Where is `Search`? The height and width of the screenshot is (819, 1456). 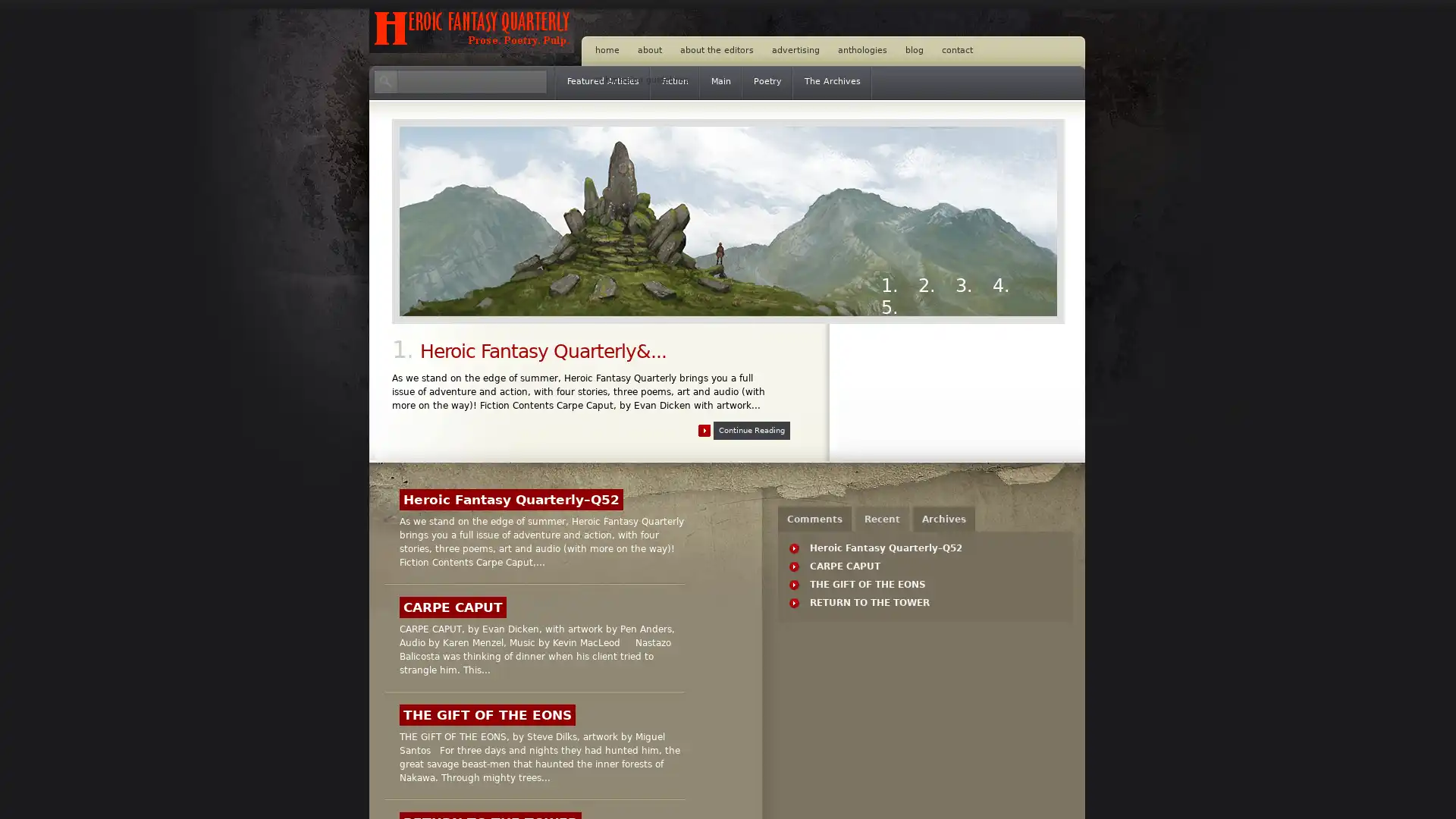
Search is located at coordinates (385, 82).